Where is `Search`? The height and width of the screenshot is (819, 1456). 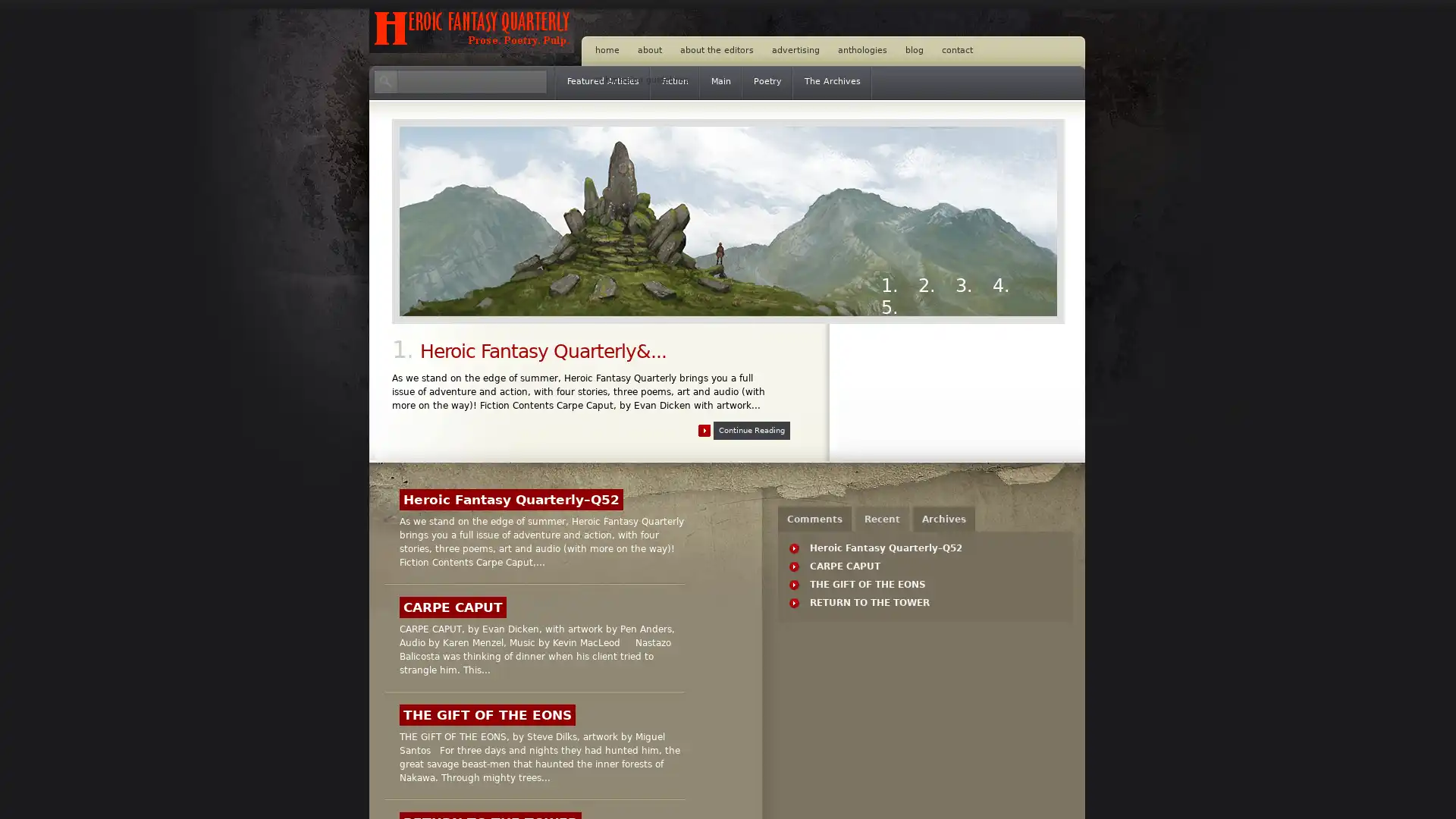
Search is located at coordinates (385, 82).